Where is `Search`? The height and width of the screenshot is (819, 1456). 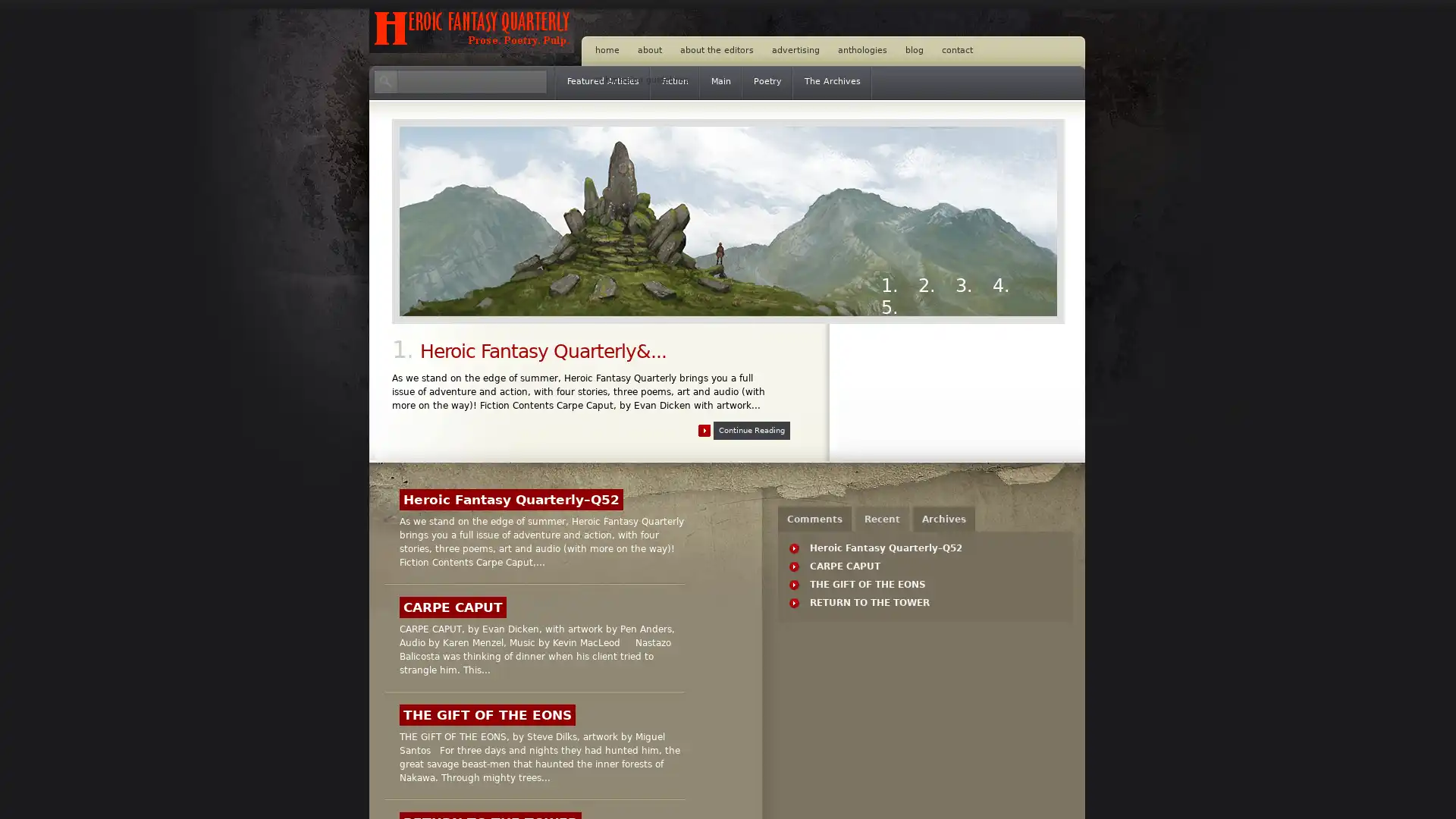
Search is located at coordinates (385, 82).